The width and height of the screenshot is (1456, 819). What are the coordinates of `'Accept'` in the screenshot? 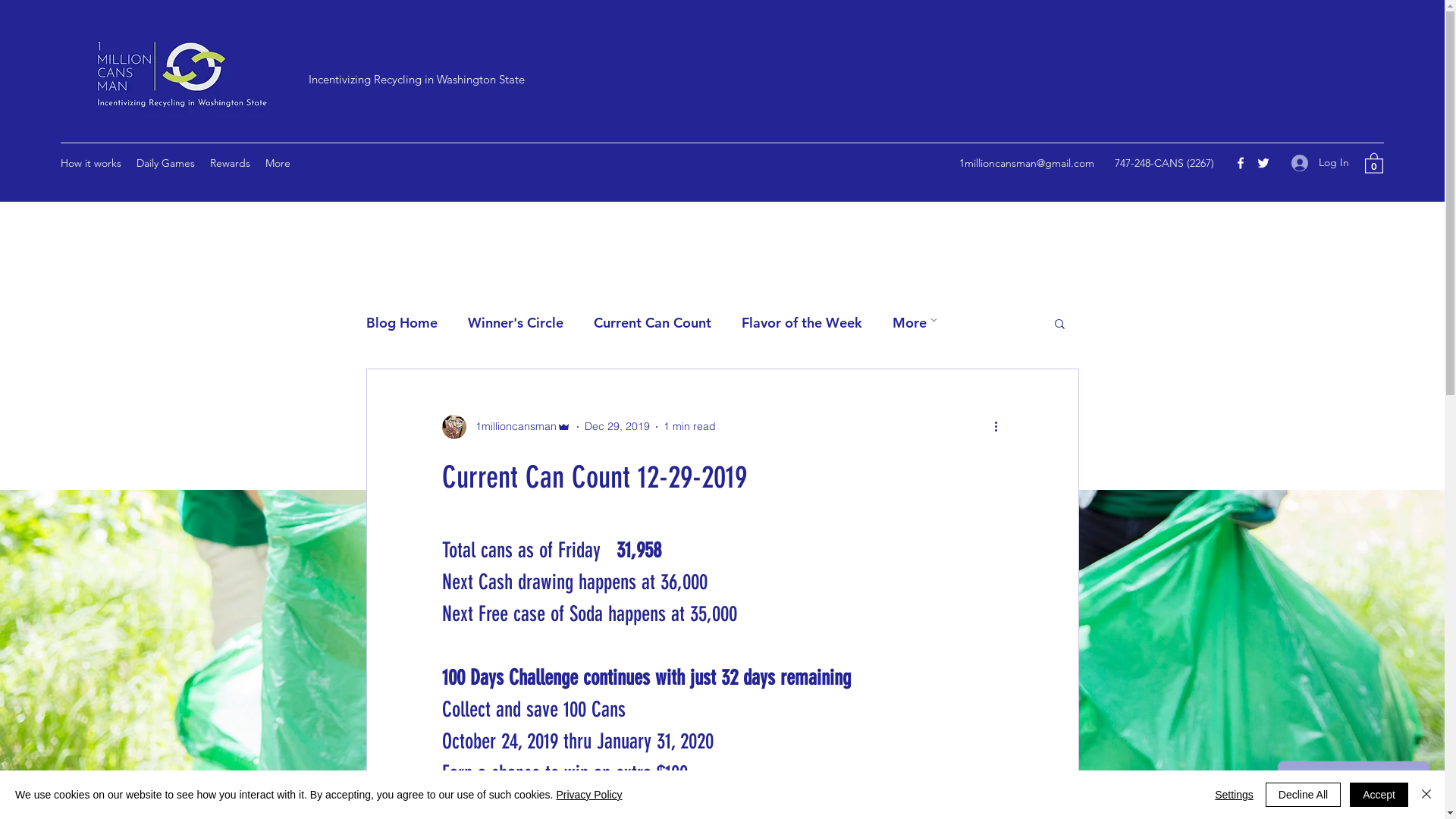 It's located at (1379, 794).